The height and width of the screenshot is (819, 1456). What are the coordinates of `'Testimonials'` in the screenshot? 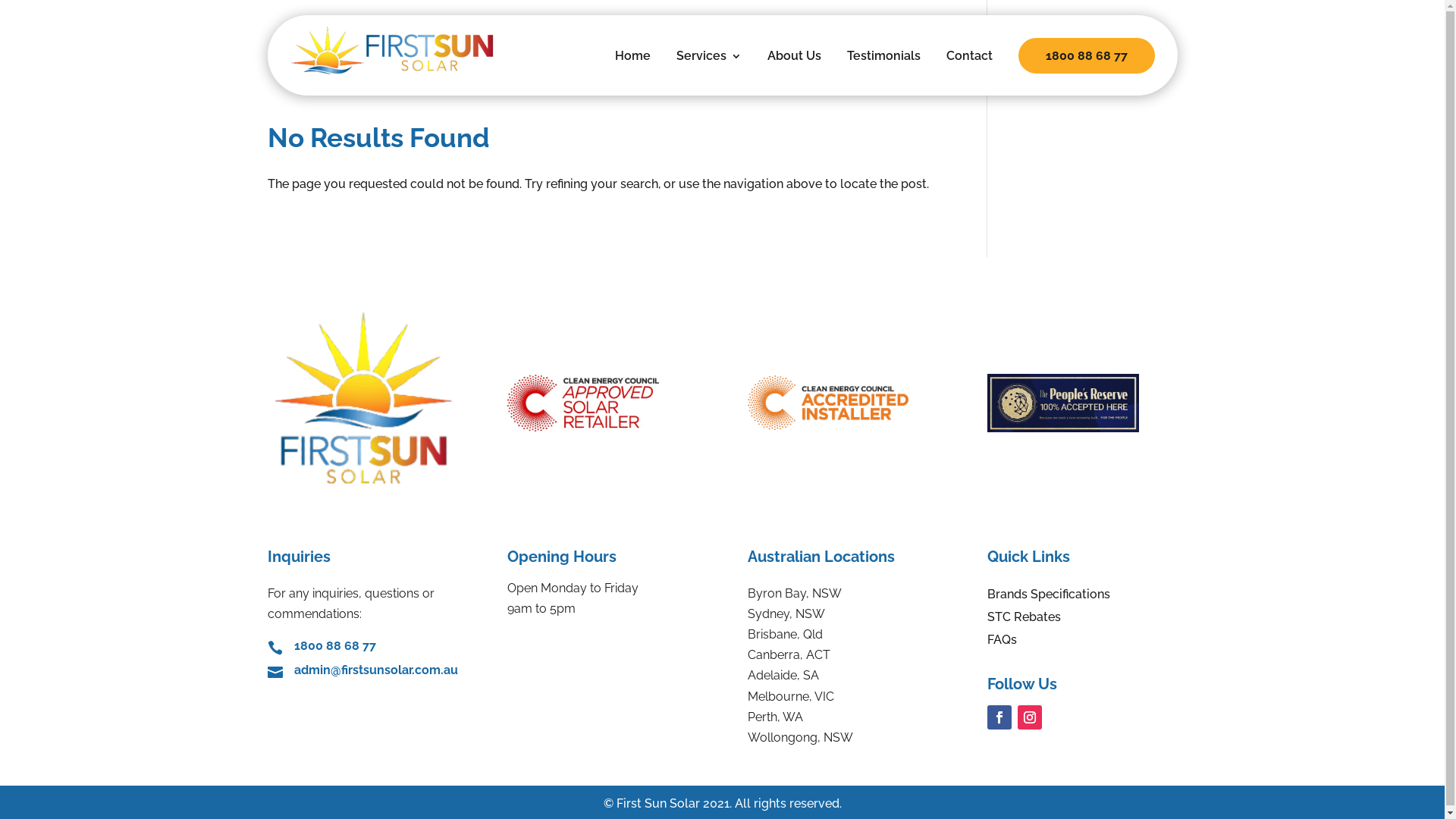 It's located at (883, 66).